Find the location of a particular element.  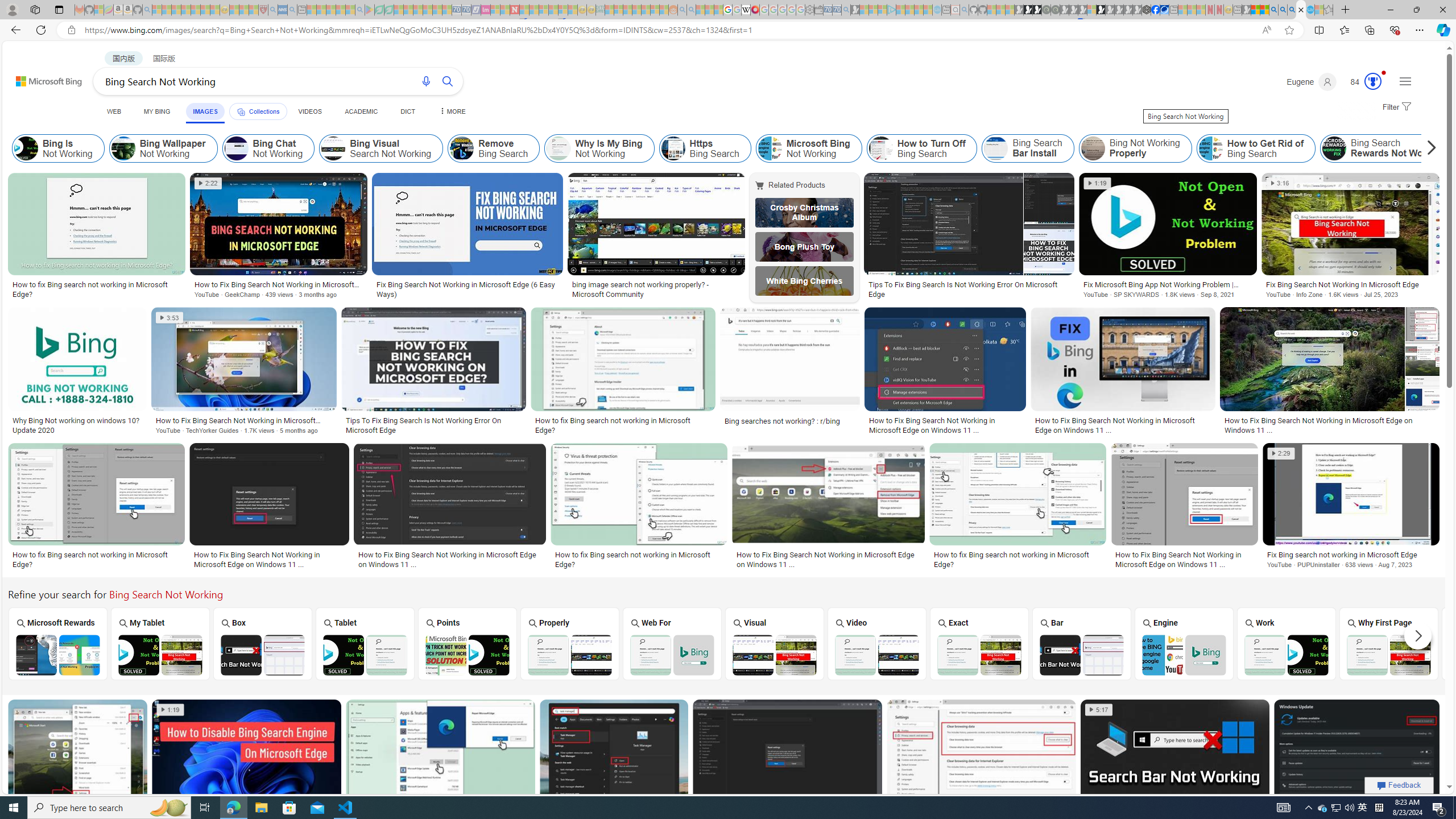

'Bing Wallpaper Not Working' is located at coordinates (162, 148).